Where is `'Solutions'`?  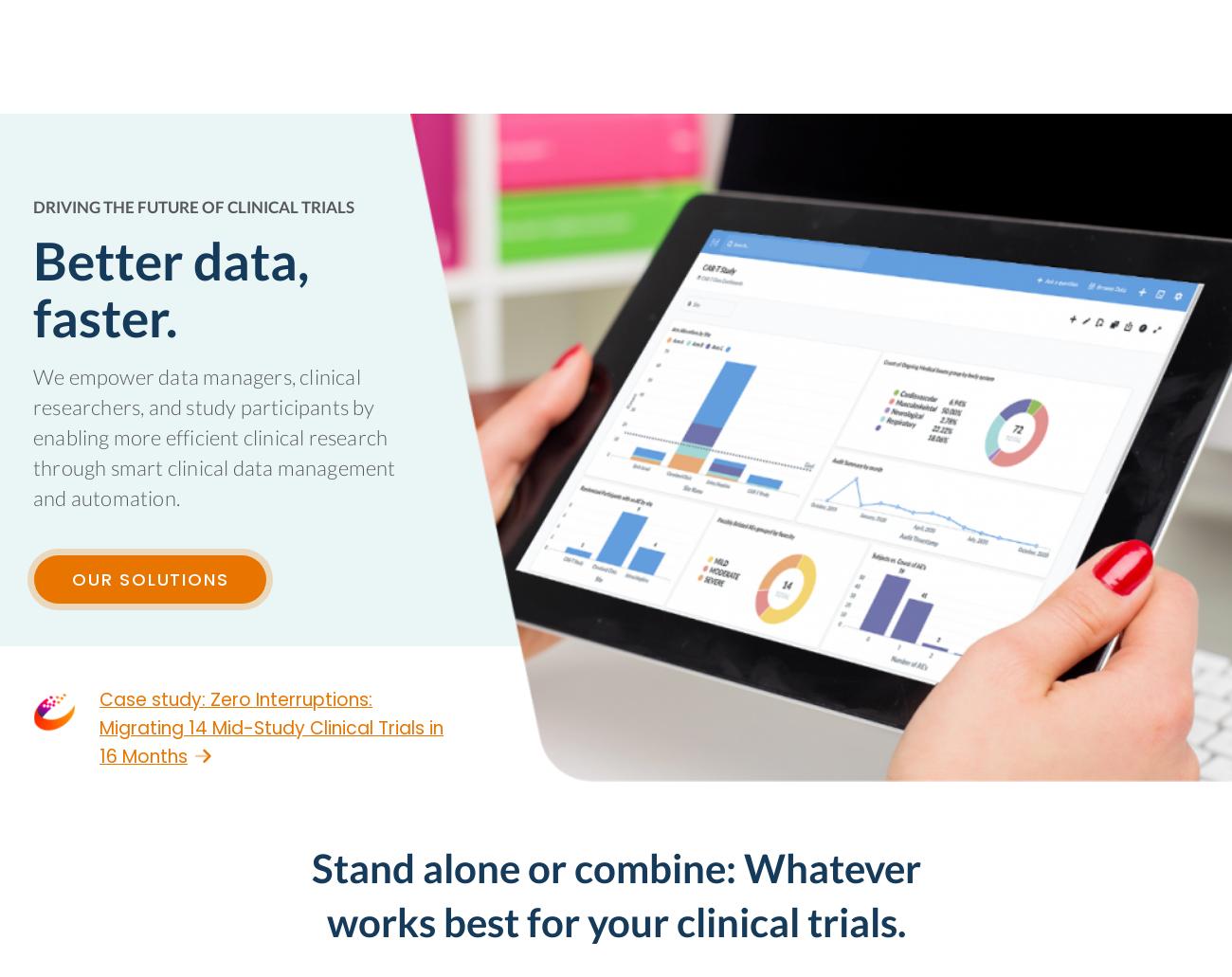
'Solutions' is located at coordinates (494, 57).